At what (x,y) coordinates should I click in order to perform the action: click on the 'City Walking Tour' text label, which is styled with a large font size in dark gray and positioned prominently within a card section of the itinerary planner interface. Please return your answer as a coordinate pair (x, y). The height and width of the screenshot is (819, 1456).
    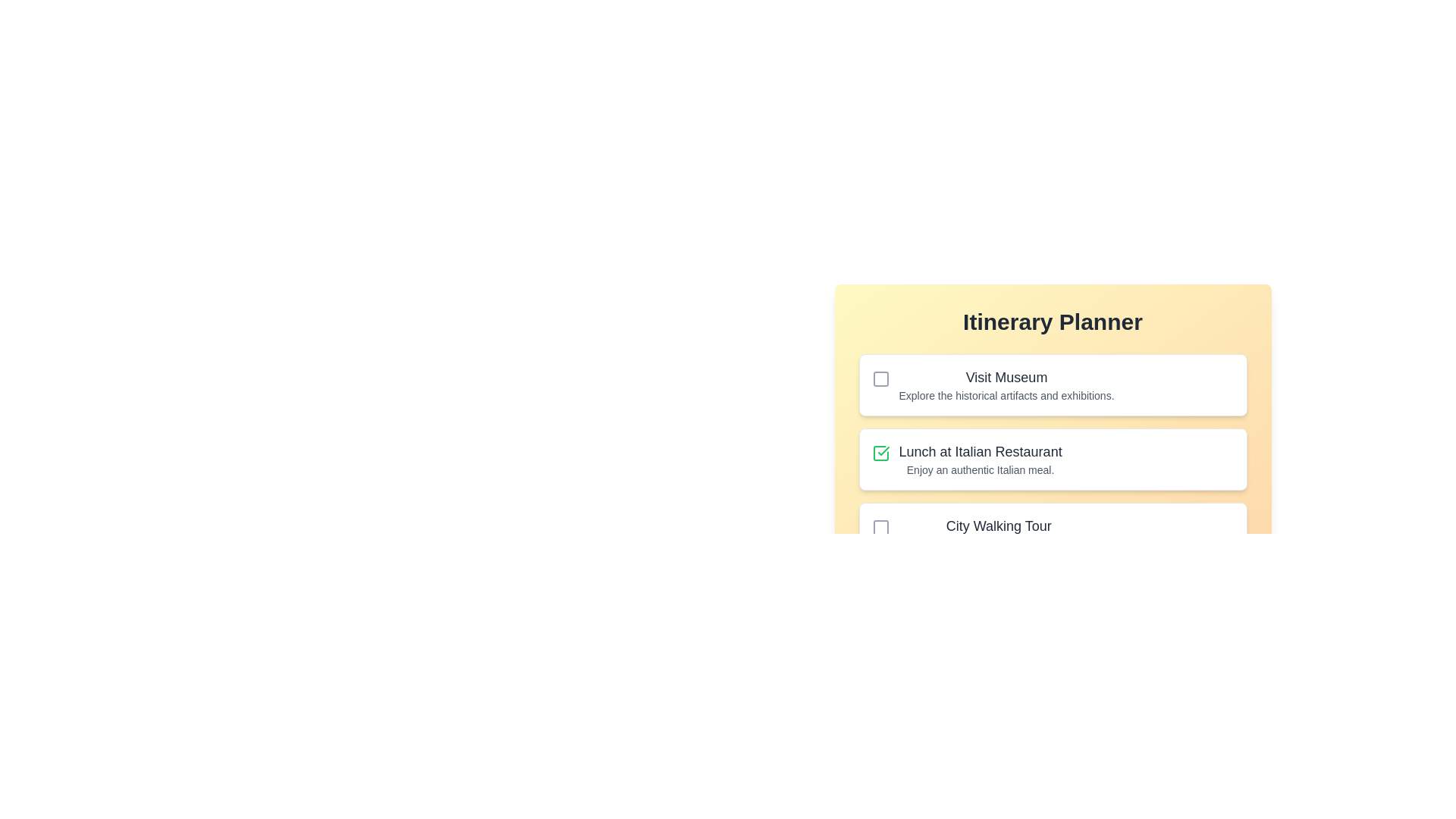
    Looking at the image, I should click on (999, 526).